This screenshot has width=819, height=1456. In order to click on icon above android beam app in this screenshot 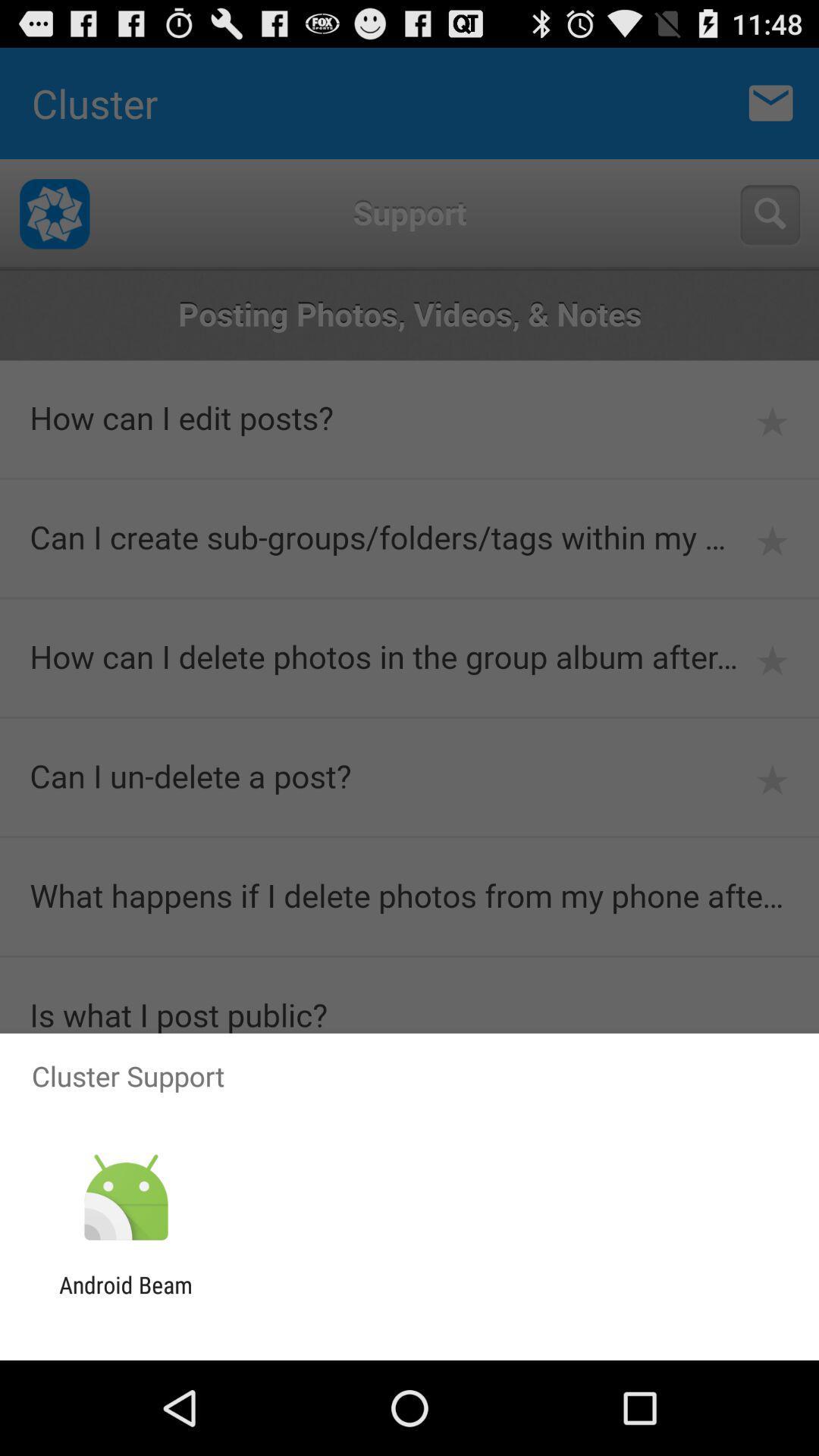, I will do `click(125, 1197)`.